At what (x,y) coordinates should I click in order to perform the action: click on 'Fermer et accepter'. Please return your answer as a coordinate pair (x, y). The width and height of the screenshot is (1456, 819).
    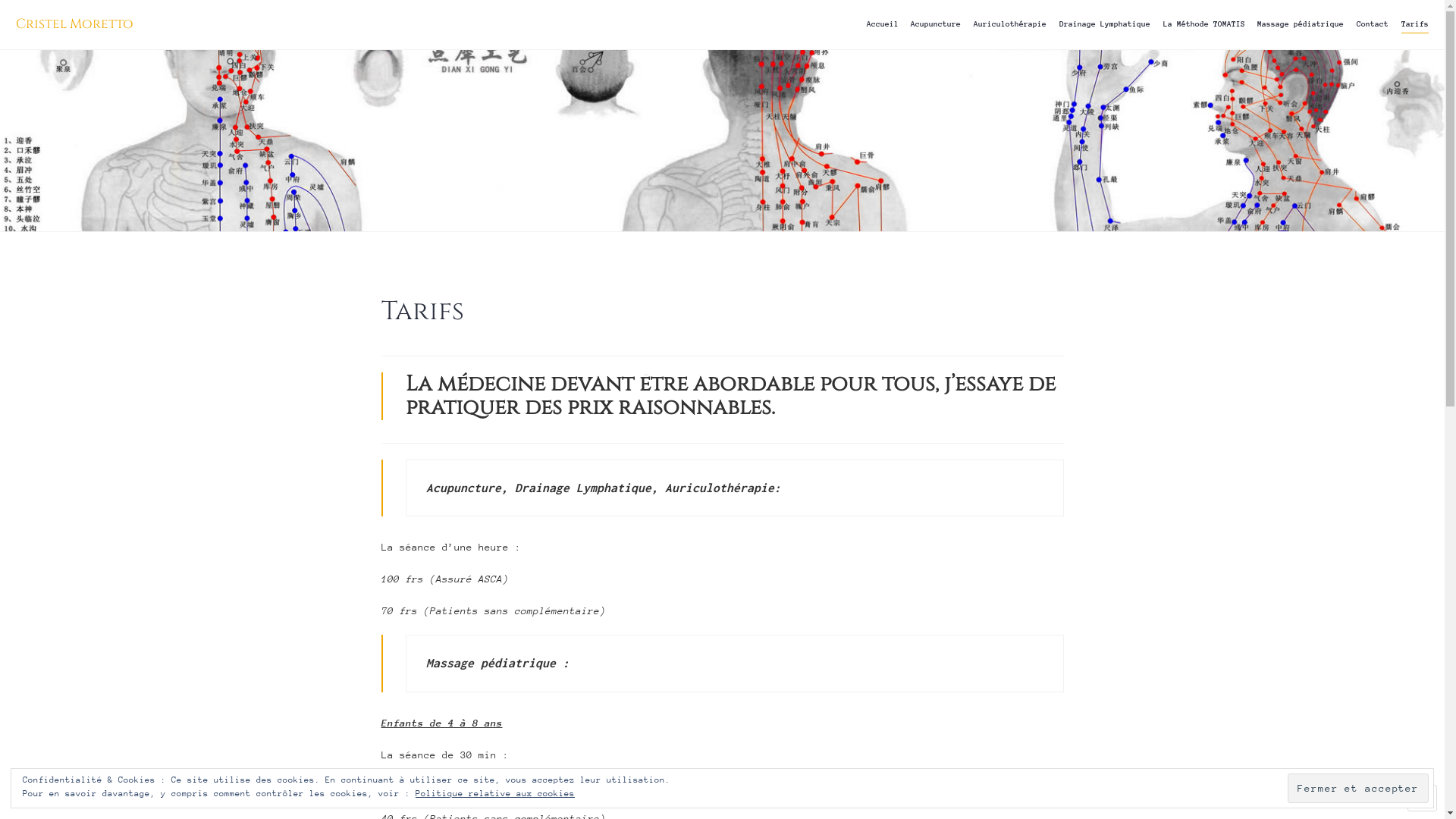
    Looking at the image, I should click on (1357, 787).